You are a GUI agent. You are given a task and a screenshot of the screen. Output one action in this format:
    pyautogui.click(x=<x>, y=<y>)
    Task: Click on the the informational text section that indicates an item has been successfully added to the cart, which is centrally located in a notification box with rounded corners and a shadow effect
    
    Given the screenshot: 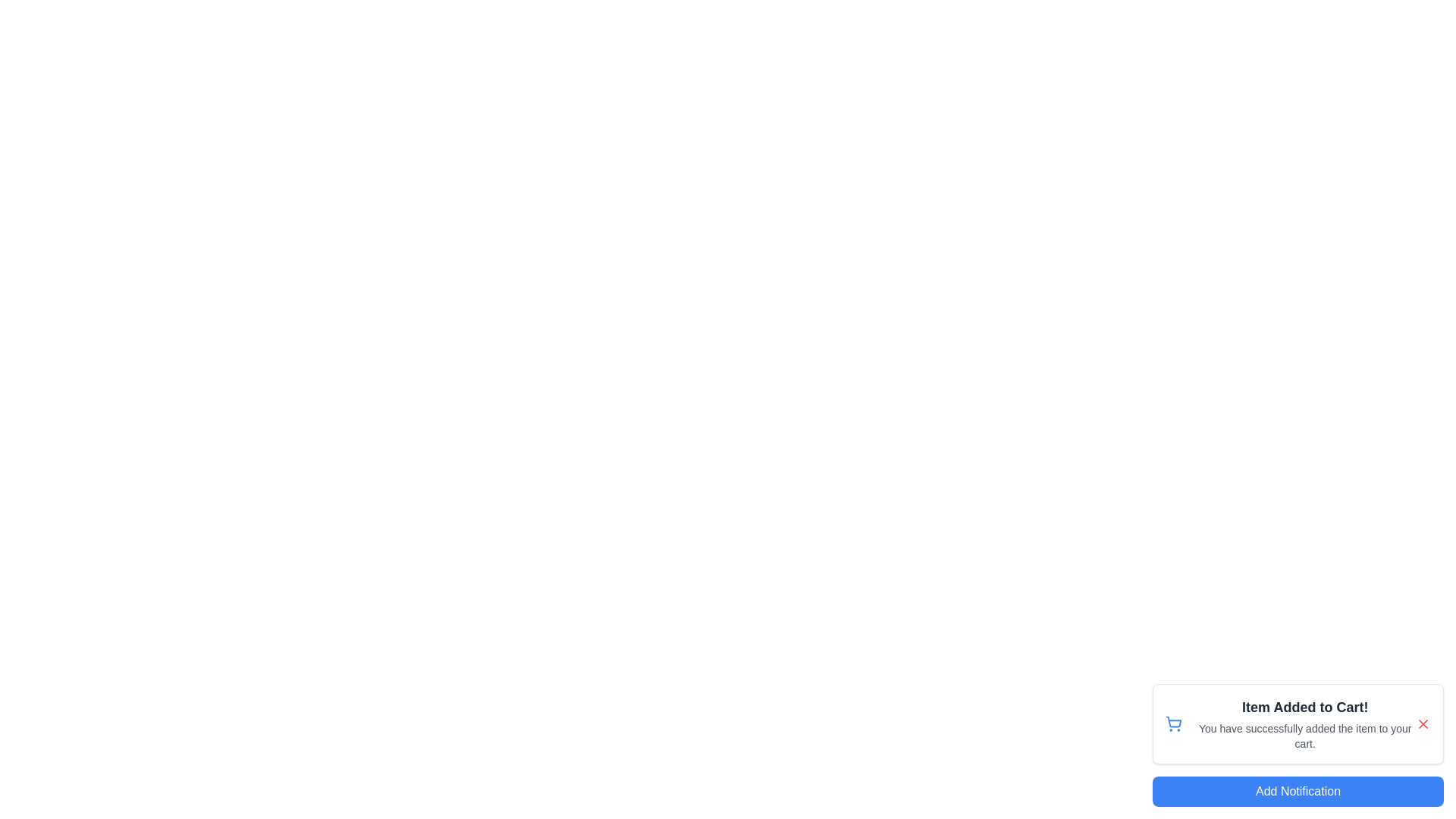 What is the action you would take?
    pyautogui.click(x=1304, y=723)
    